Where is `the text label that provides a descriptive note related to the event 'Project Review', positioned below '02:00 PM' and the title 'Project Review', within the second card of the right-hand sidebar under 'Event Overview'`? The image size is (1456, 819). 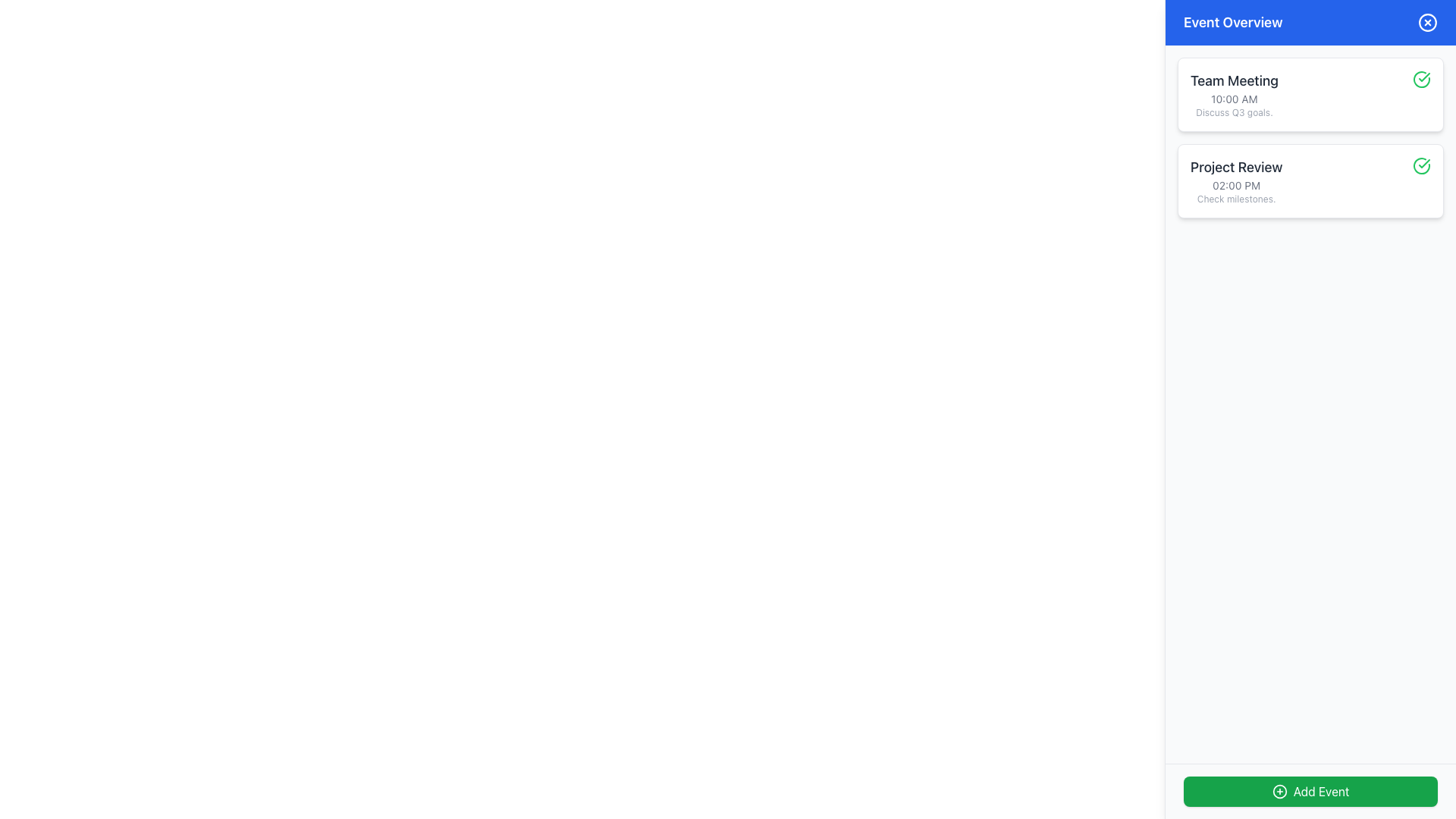 the text label that provides a descriptive note related to the event 'Project Review', positioned below '02:00 PM' and the title 'Project Review', within the second card of the right-hand sidebar under 'Event Overview' is located at coordinates (1236, 198).